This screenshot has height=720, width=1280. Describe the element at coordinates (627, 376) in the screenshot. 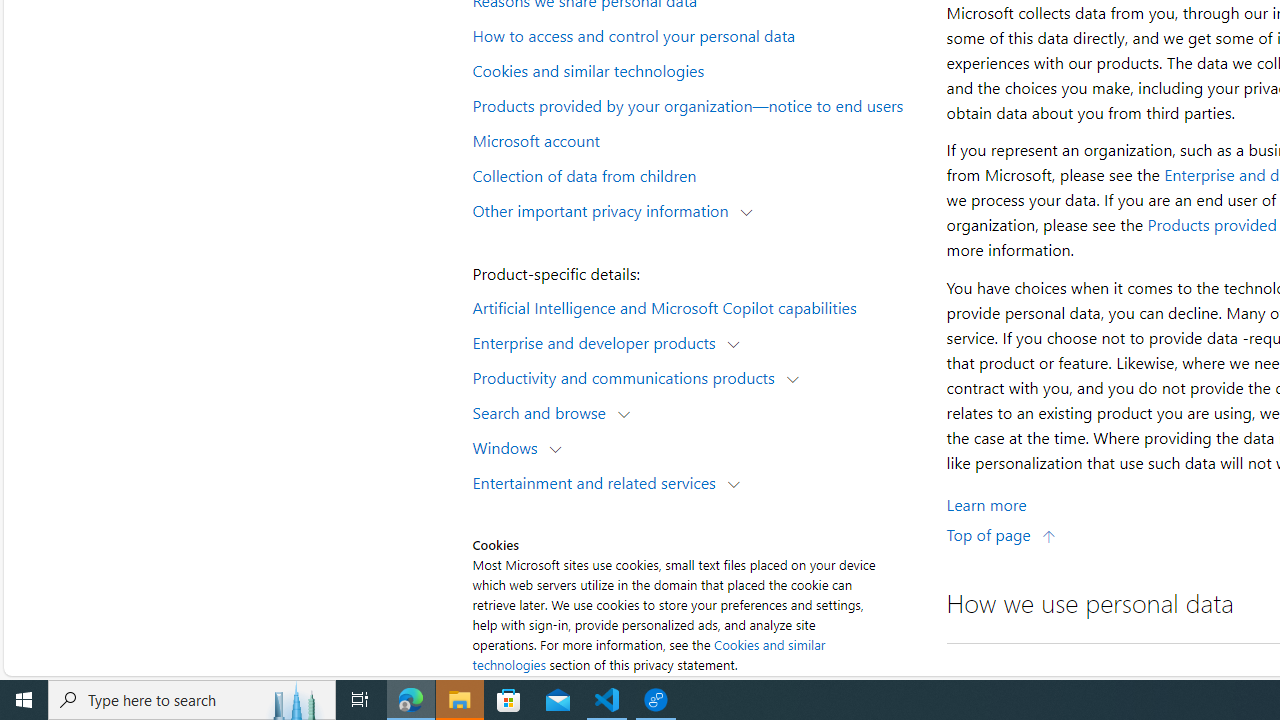

I see `'Productivity and communications products'` at that location.